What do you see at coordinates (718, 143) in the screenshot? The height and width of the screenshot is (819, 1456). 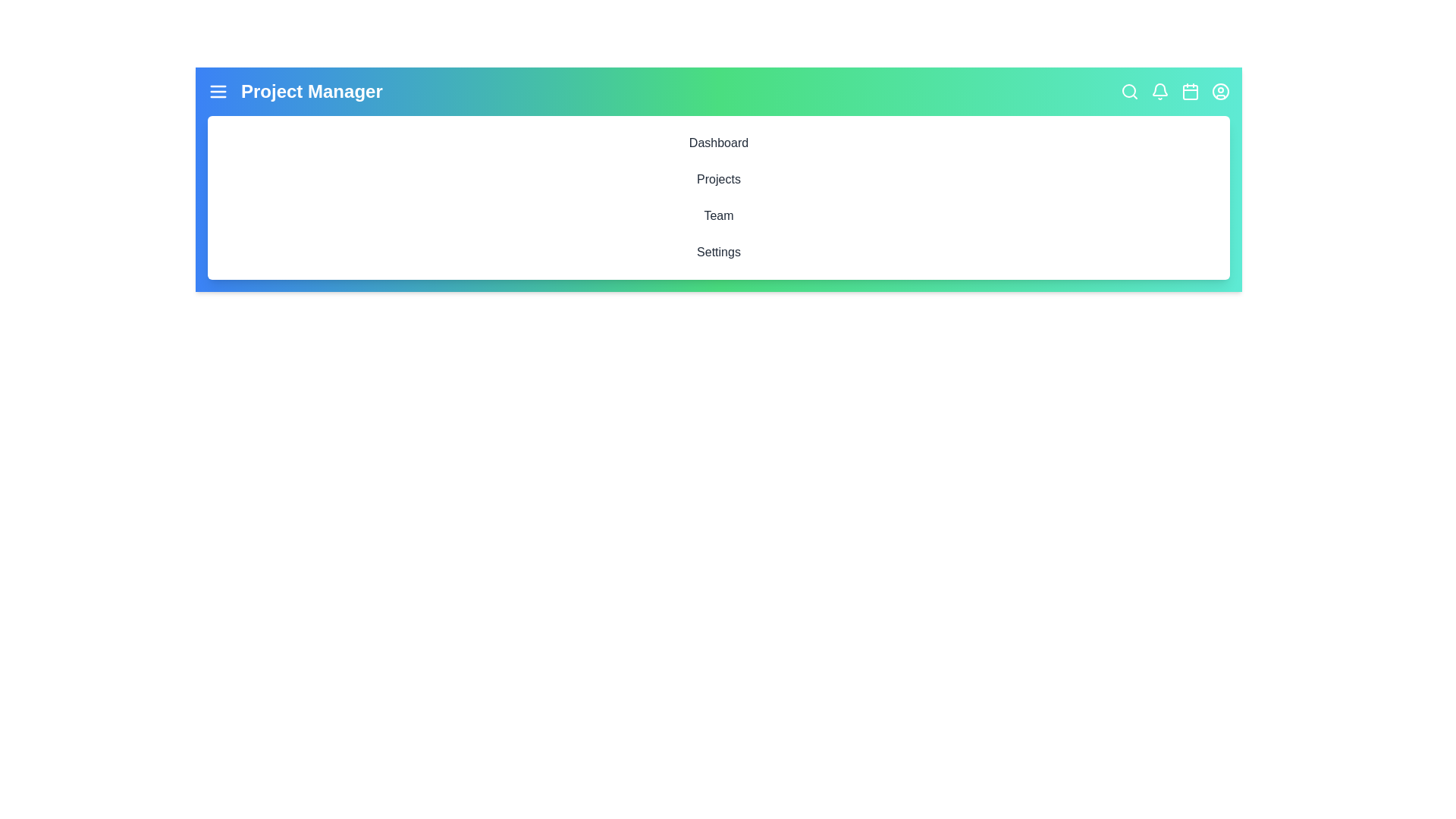 I see `the menu item Dashboard to navigate to the corresponding section` at bounding box center [718, 143].